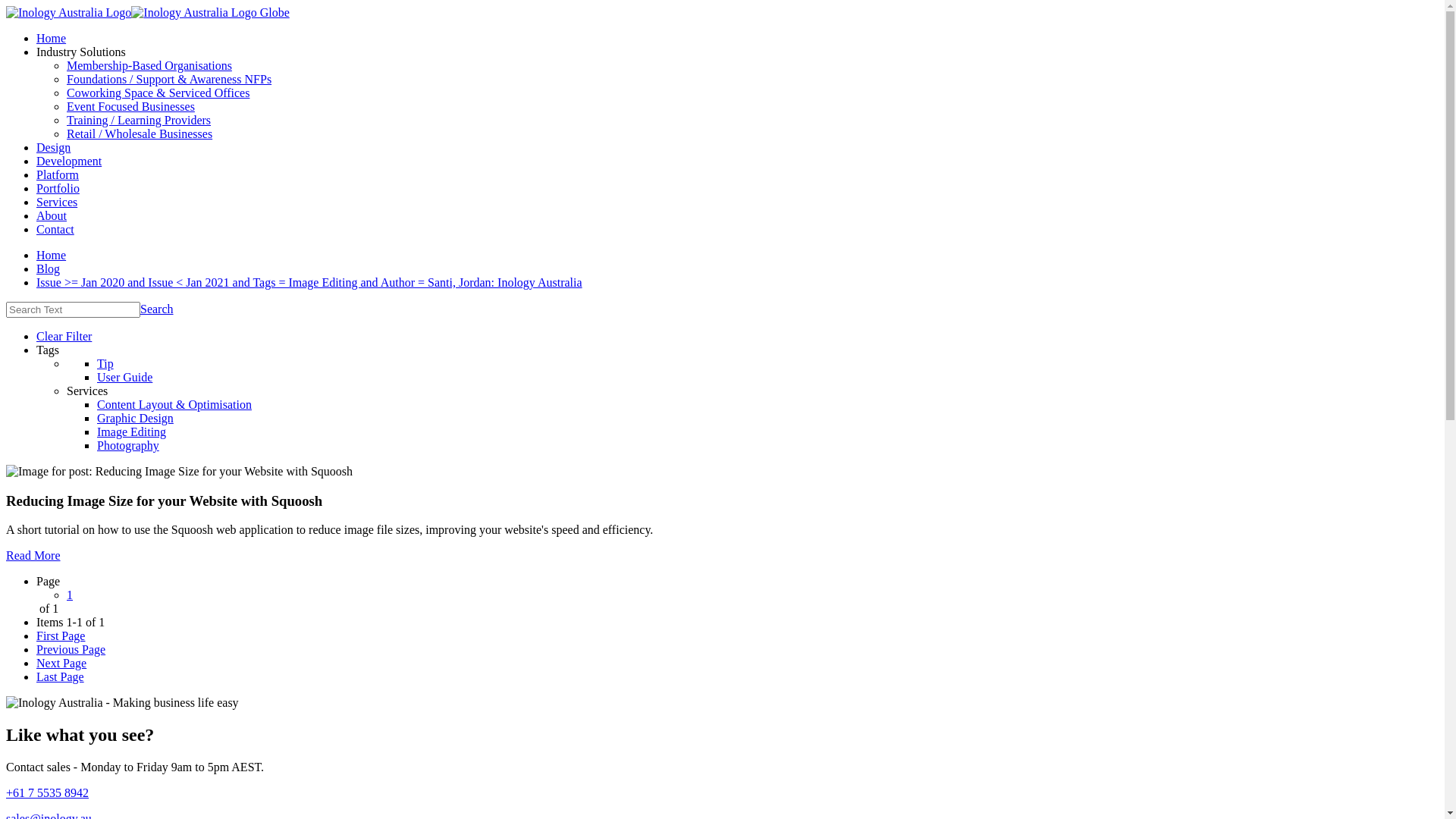  I want to click on 'First Page', so click(61, 635).